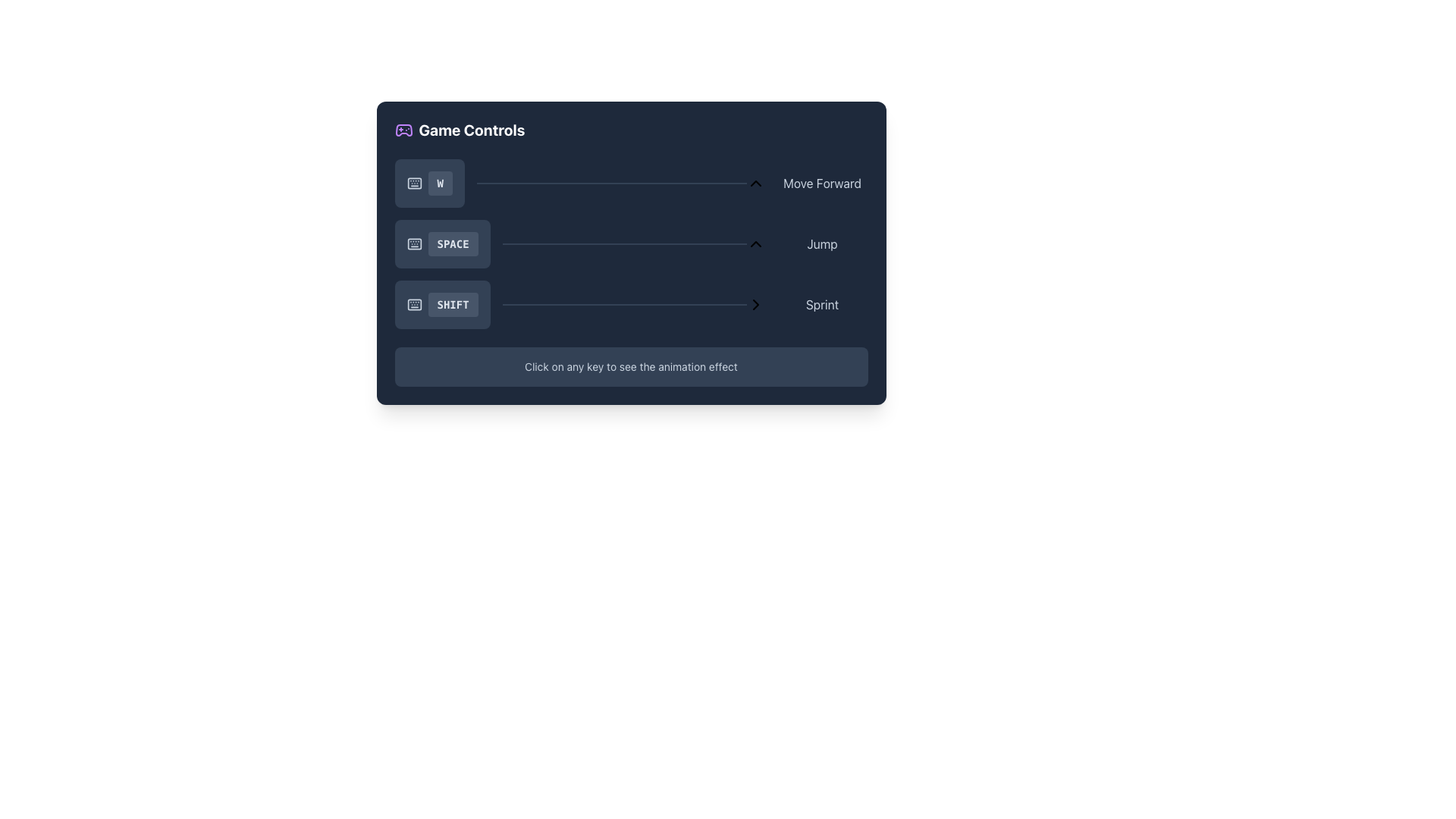 This screenshot has height=819, width=1456. I want to click on the keyboard icon located to the left of the label 'W' in the game control instructions panel, so click(414, 183).